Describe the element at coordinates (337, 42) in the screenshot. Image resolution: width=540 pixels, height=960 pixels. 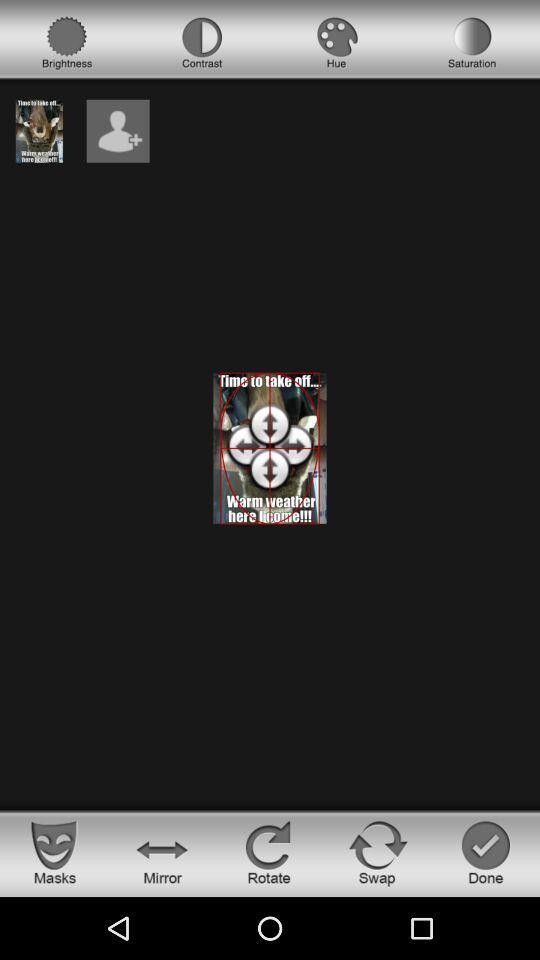
I see `choose hue option` at that location.